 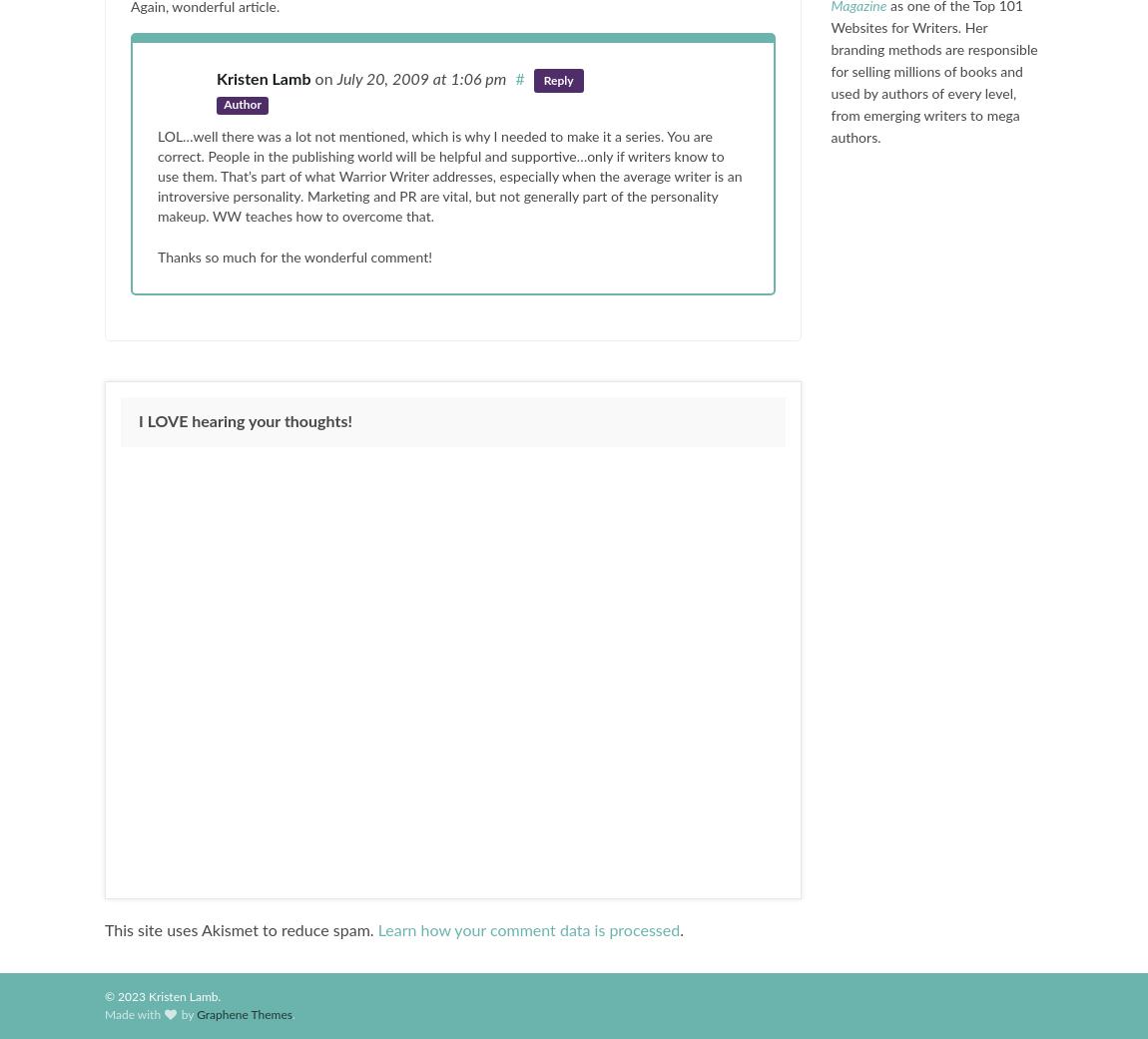 What do you see at coordinates (240, 930) in the screenshot?
I see `'This site uses Akismet to reduce spam.'` at bounding box center [240, 930].